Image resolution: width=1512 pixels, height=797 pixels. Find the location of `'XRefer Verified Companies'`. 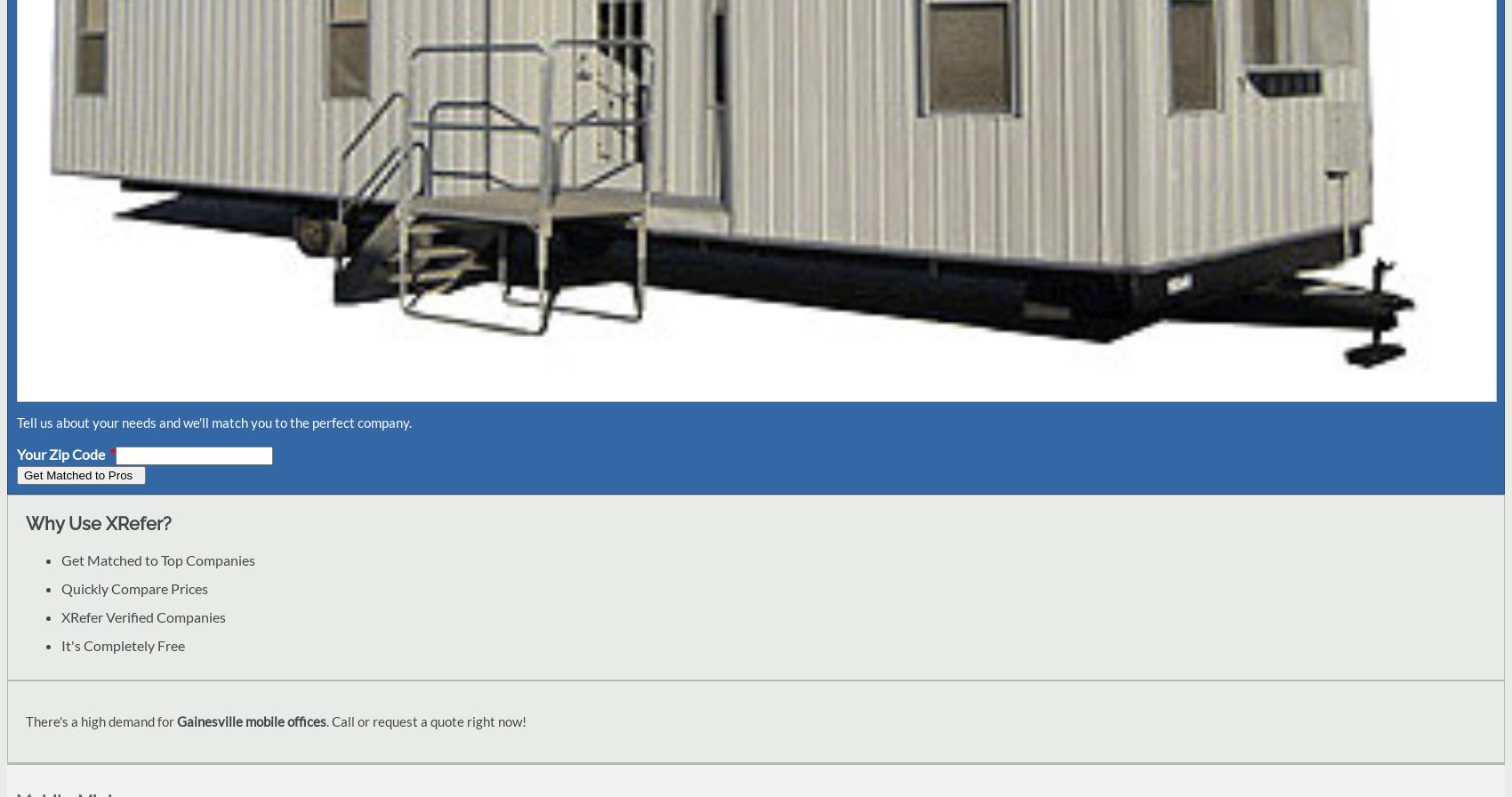

'XRefer Verified Companies' is located at coordinates (142, 616).